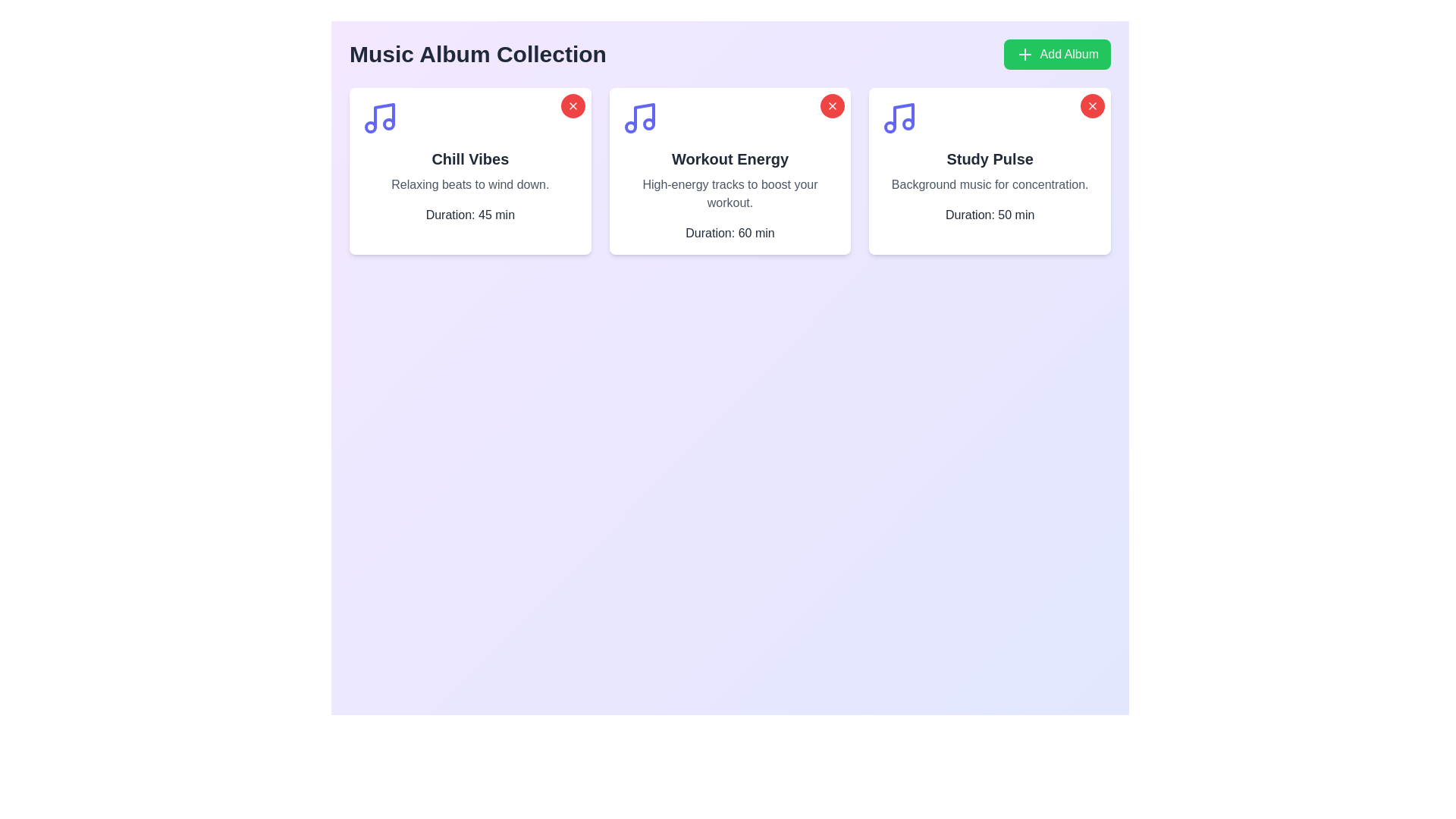 Image resolution: width=1456 pixels, height=819 pixels. What do you see at coordinates (1092, 105) in the screenshot?
I see `the small 'X' icon with a red circular background located in the top-right corner of the 'Study Pulse' card` at bounding box center [1092, 105].